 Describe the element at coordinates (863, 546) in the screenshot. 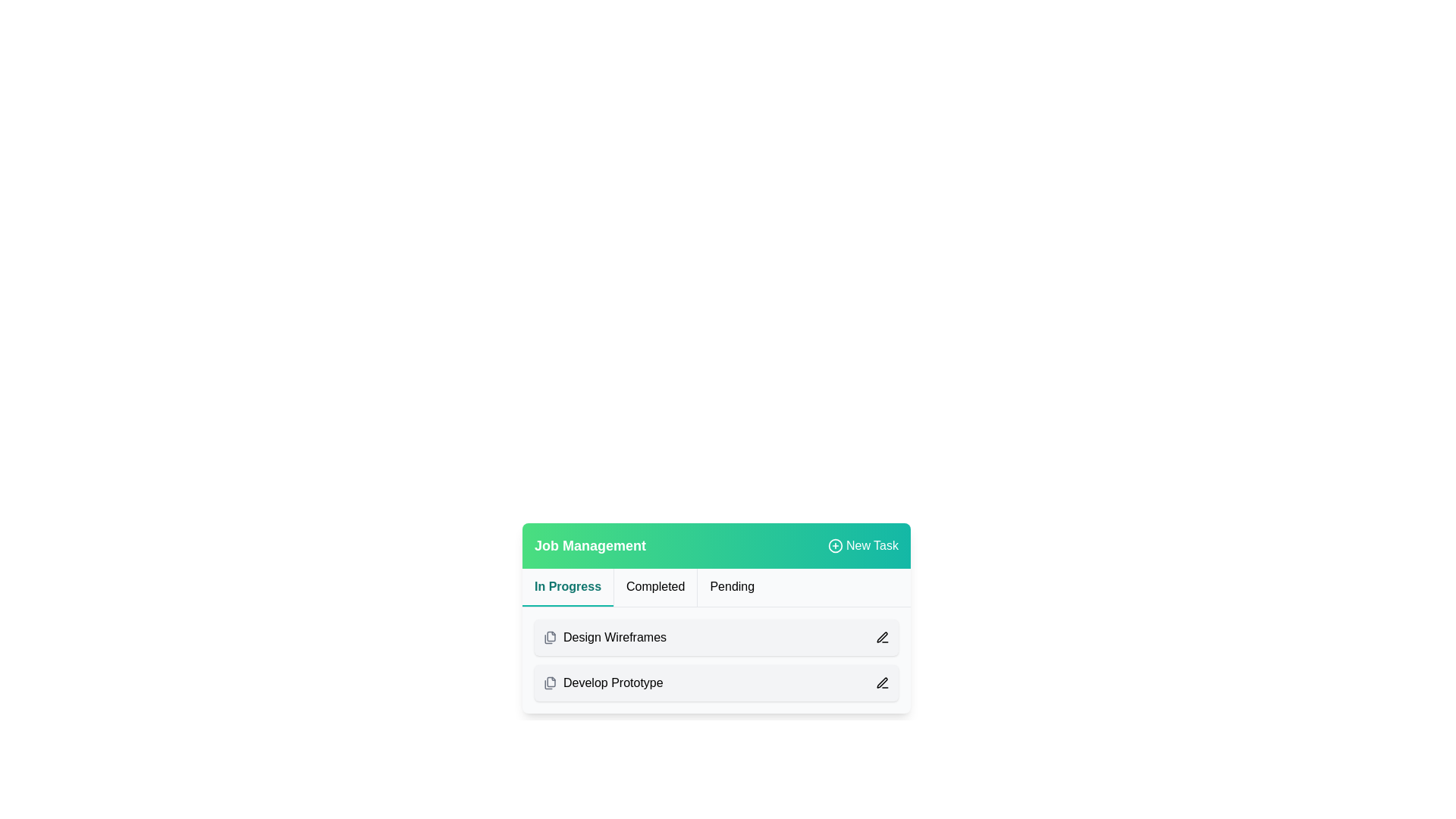

I see `the 'New Task' button with a circular plus icon, located on the right side of the 'Job Management' header` at that location.